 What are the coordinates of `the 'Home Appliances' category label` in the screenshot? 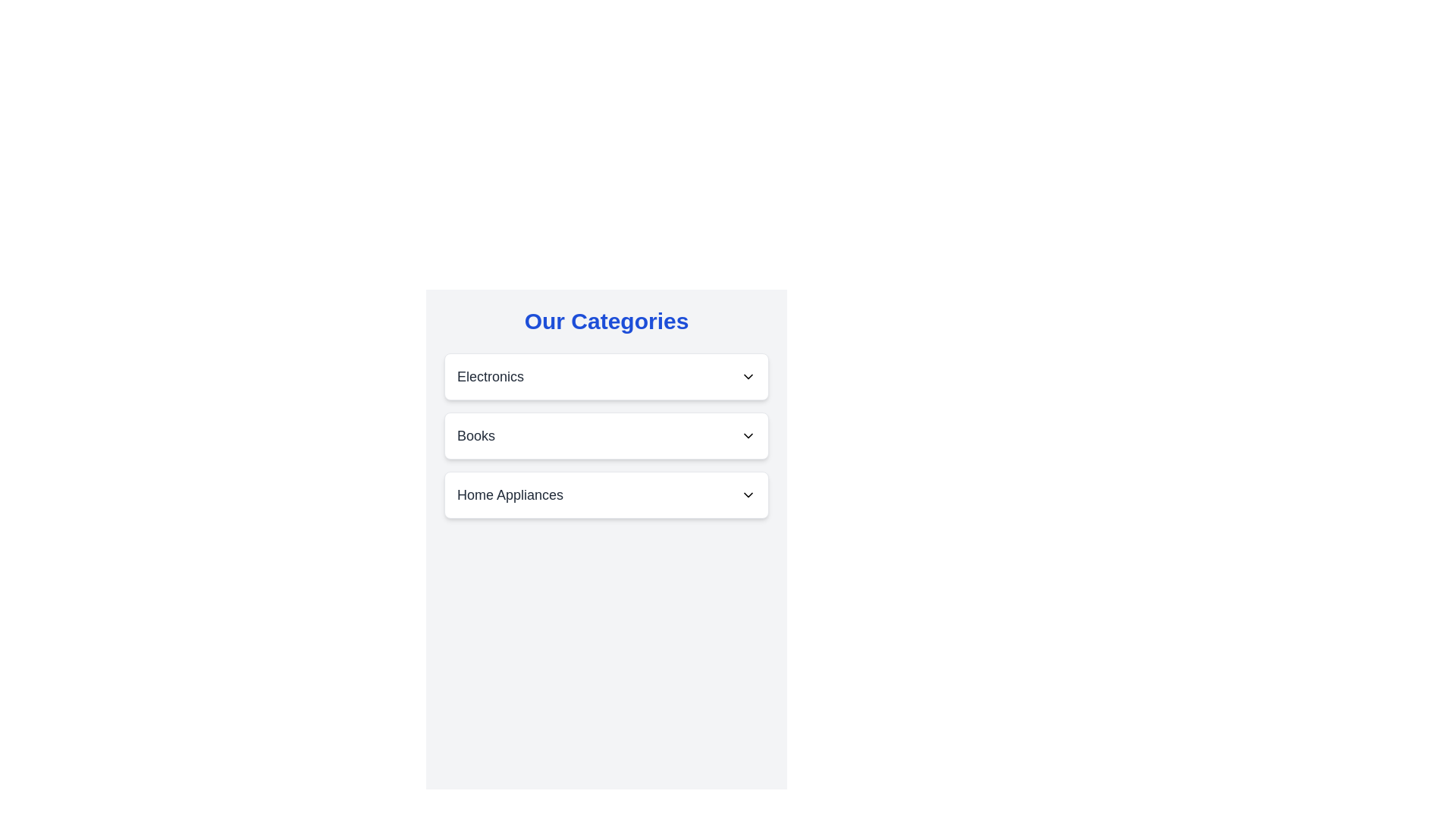 It's located at (510, 494).